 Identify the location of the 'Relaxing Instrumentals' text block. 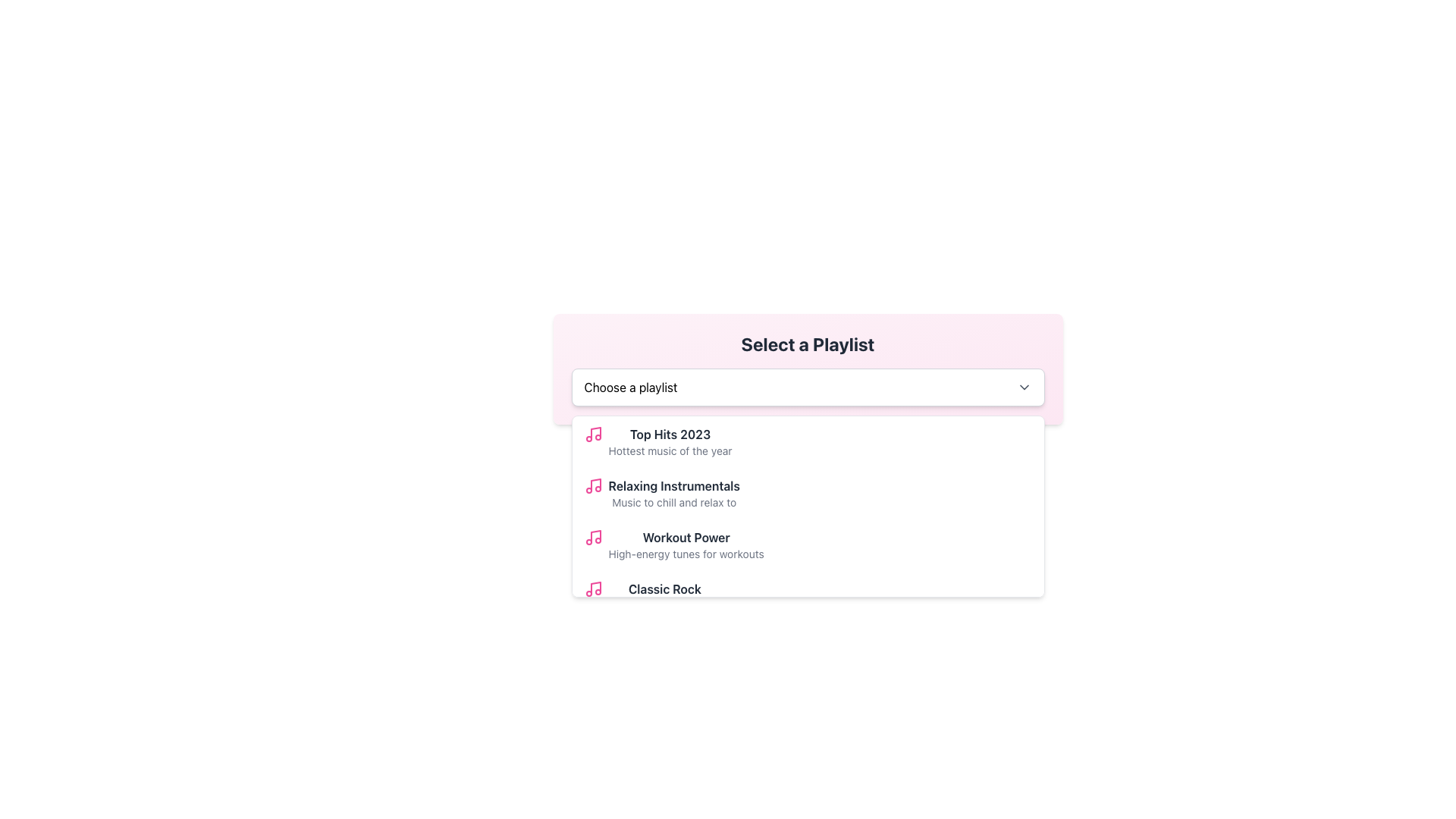
(673, 494).